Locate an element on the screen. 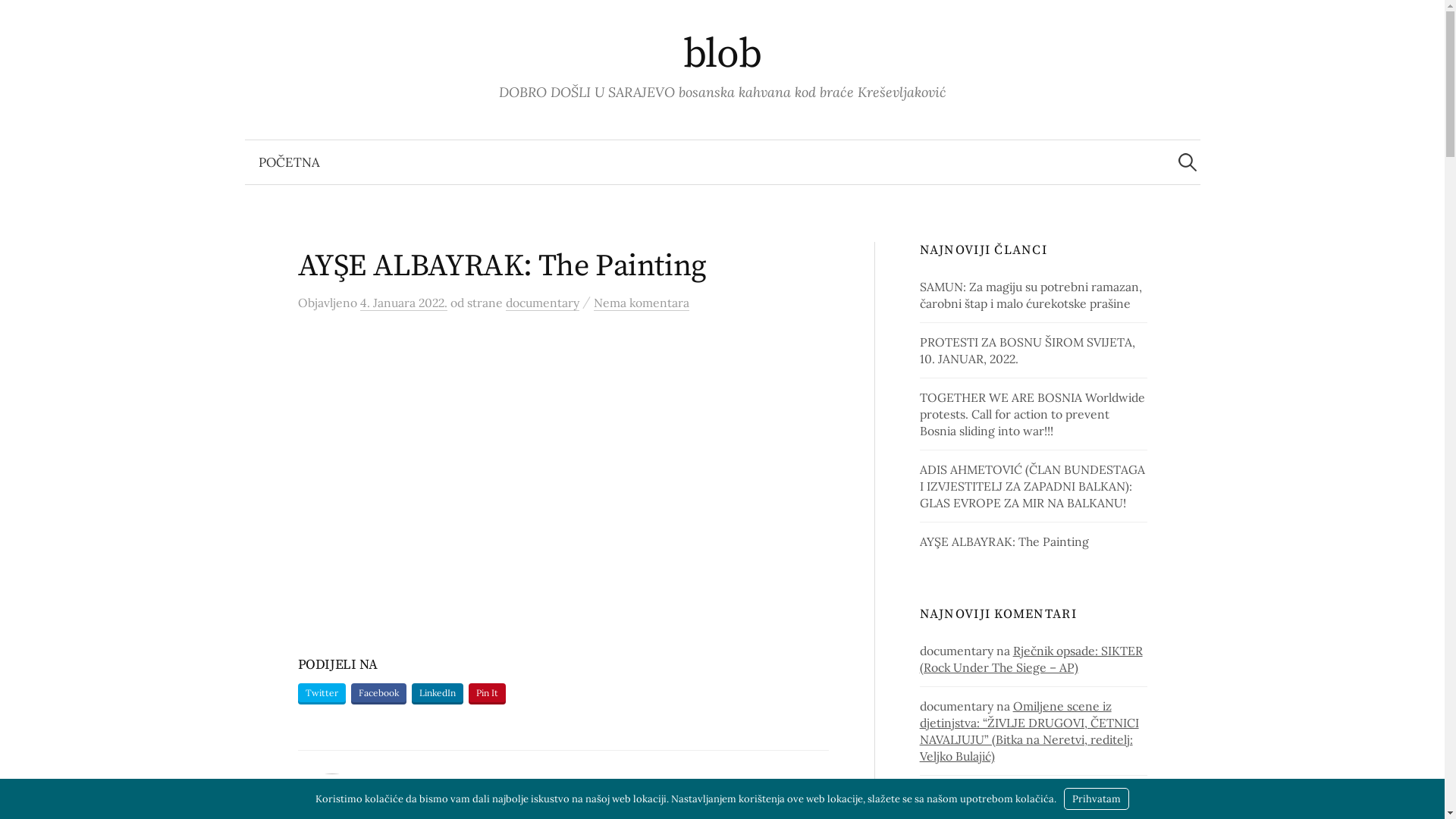  'Twitter' is located at coordinates (320, 693).